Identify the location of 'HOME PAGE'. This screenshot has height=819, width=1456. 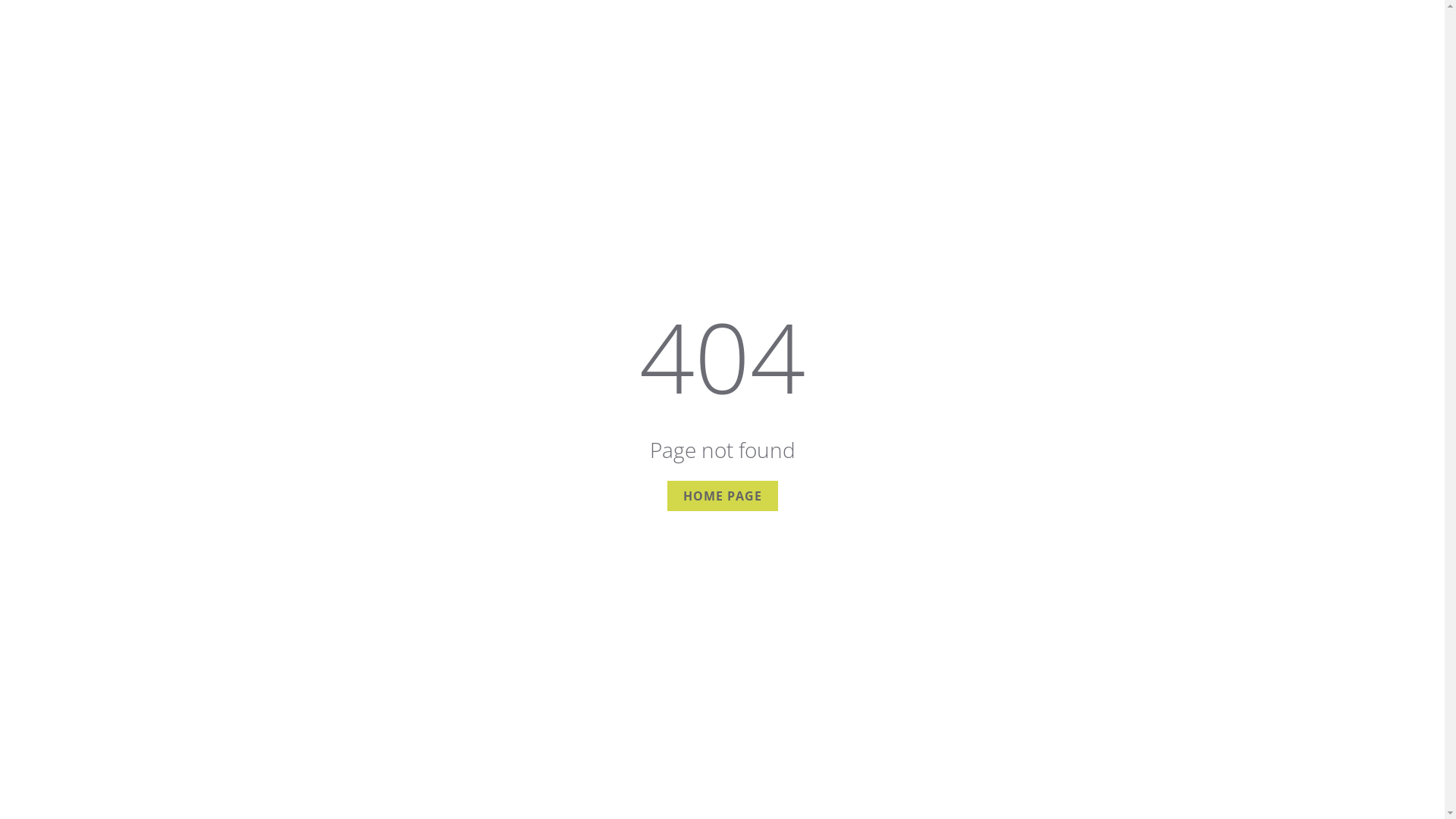
(722, 496).